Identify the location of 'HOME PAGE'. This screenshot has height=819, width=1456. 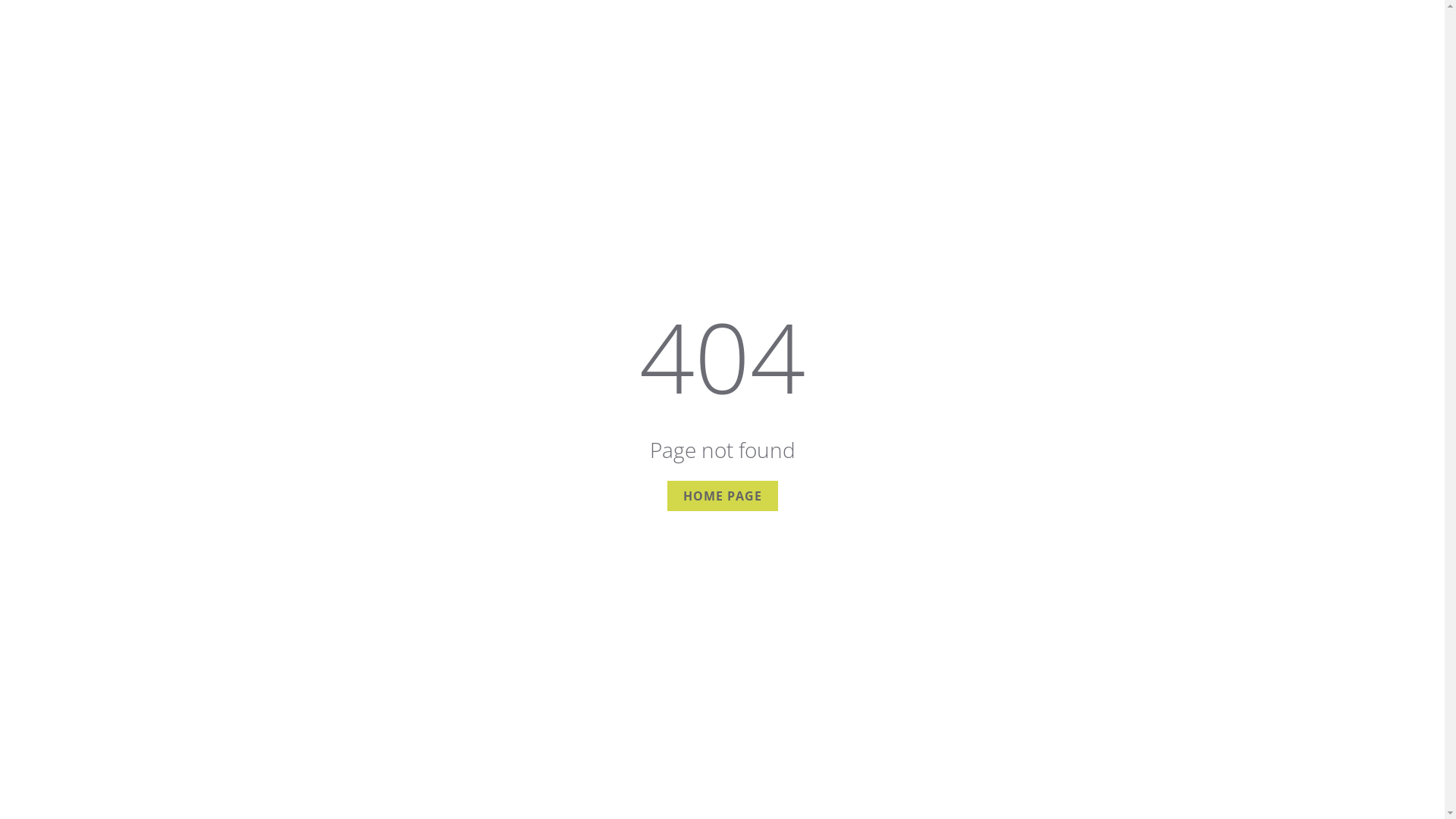
(722, 496).